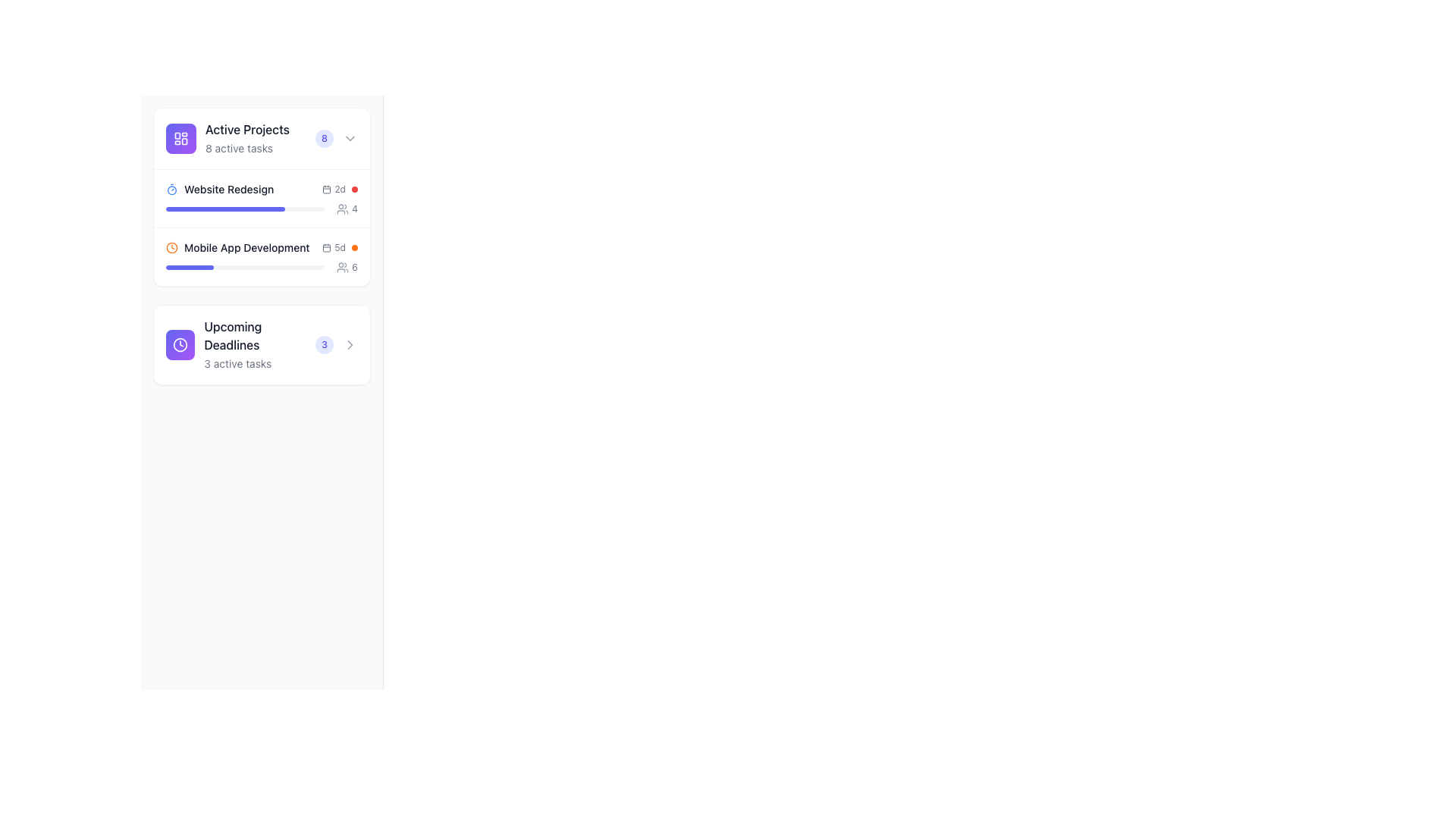  What do you see at coordinates (333, 247) in the screenshot?
I see `the Label with a small calendar icon displaying '5d' in muted gray color, located under the 'Mobile App Development' heading in the 'Active Projects' section` at bounding box center [333, 247].